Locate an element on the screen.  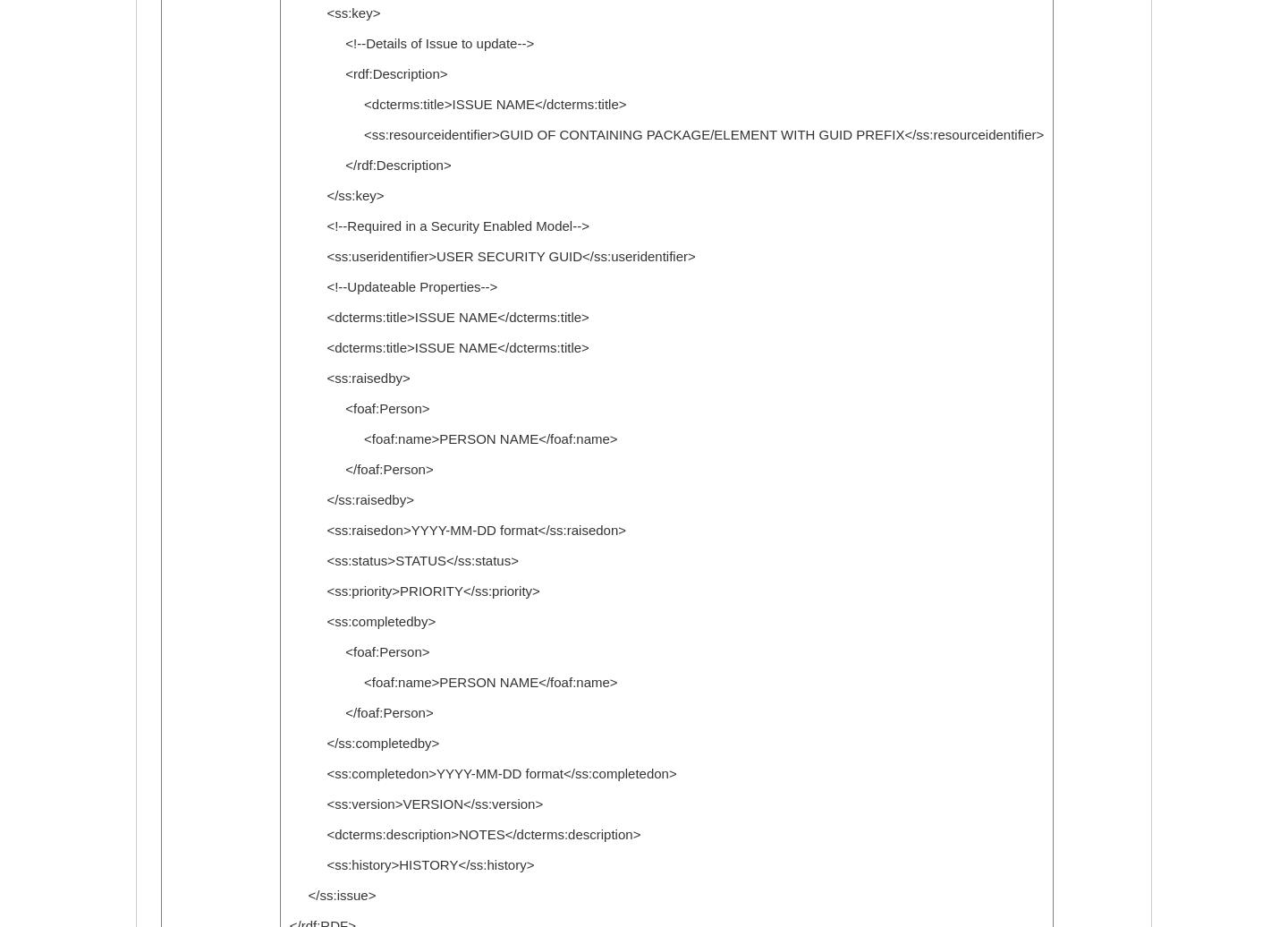
'<ss:version>VERSION</ss:version>' is located at coordinates (415, 804).